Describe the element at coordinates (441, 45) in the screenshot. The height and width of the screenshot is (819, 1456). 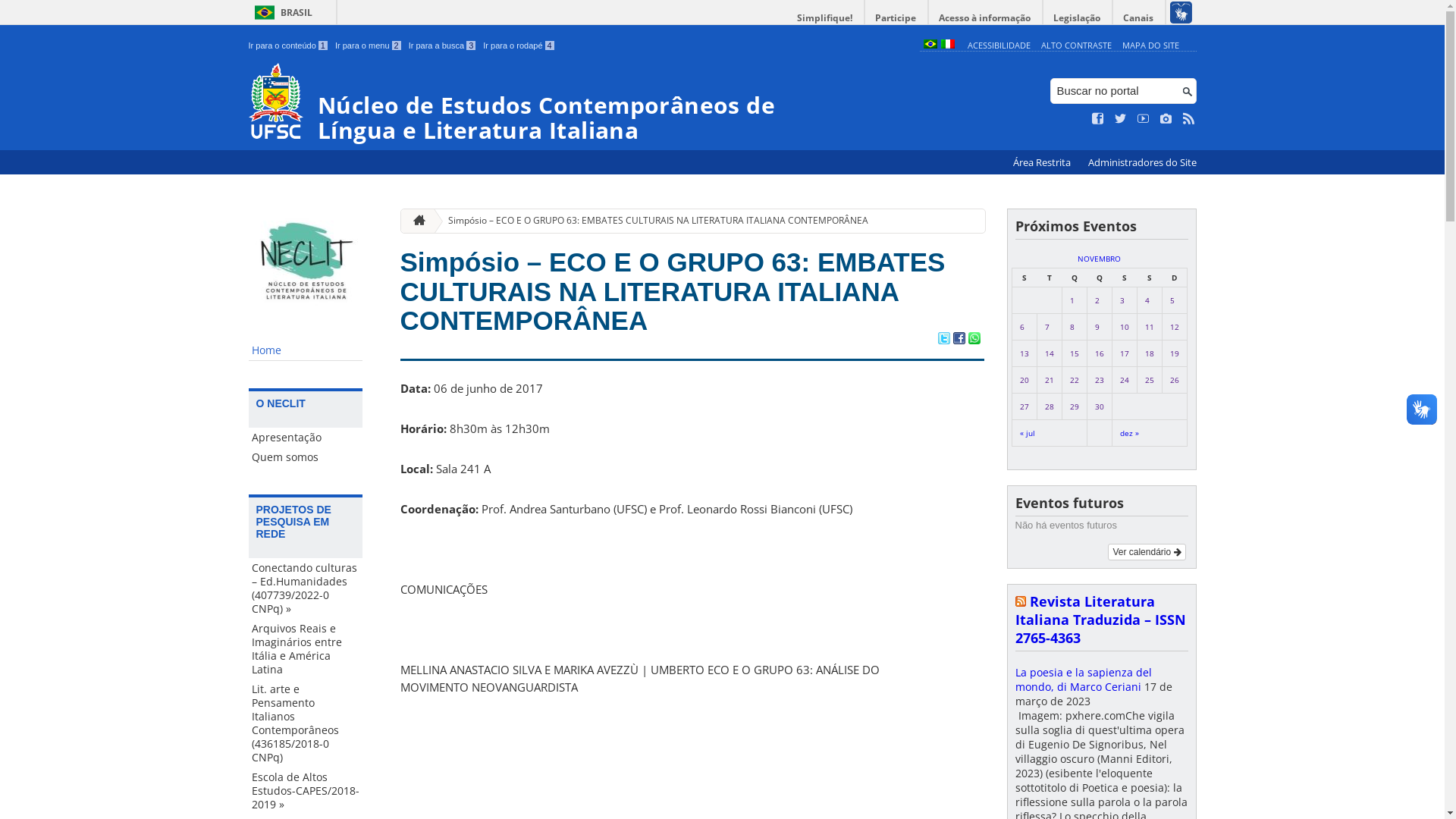
I see `'Ir para a busca 3'` at that location.